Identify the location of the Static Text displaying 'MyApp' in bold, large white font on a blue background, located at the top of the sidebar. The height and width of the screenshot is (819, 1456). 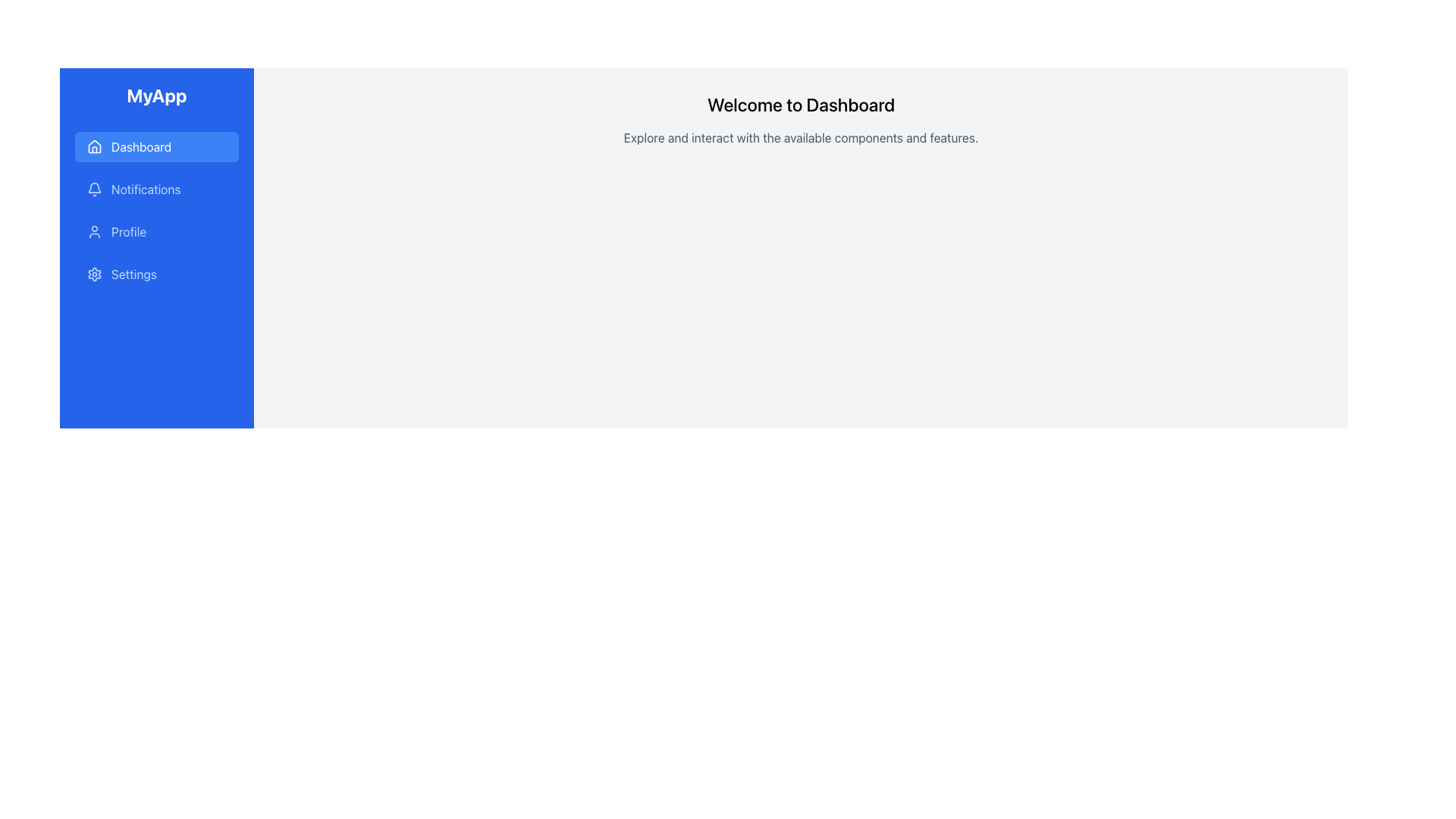
(156, 96).